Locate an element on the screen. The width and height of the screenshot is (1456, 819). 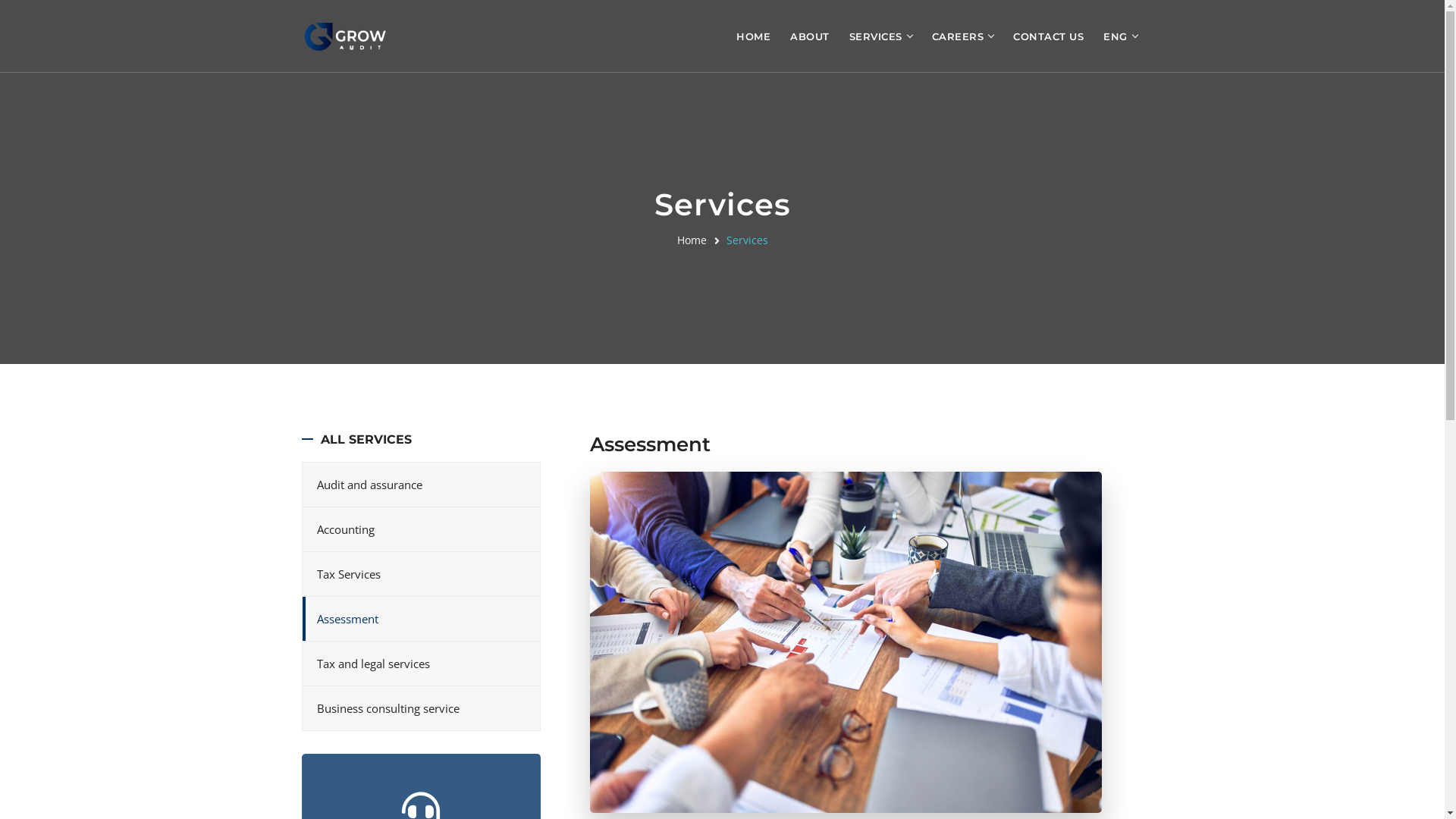
'Audit and assurance' is located at coordinates (420, 485).